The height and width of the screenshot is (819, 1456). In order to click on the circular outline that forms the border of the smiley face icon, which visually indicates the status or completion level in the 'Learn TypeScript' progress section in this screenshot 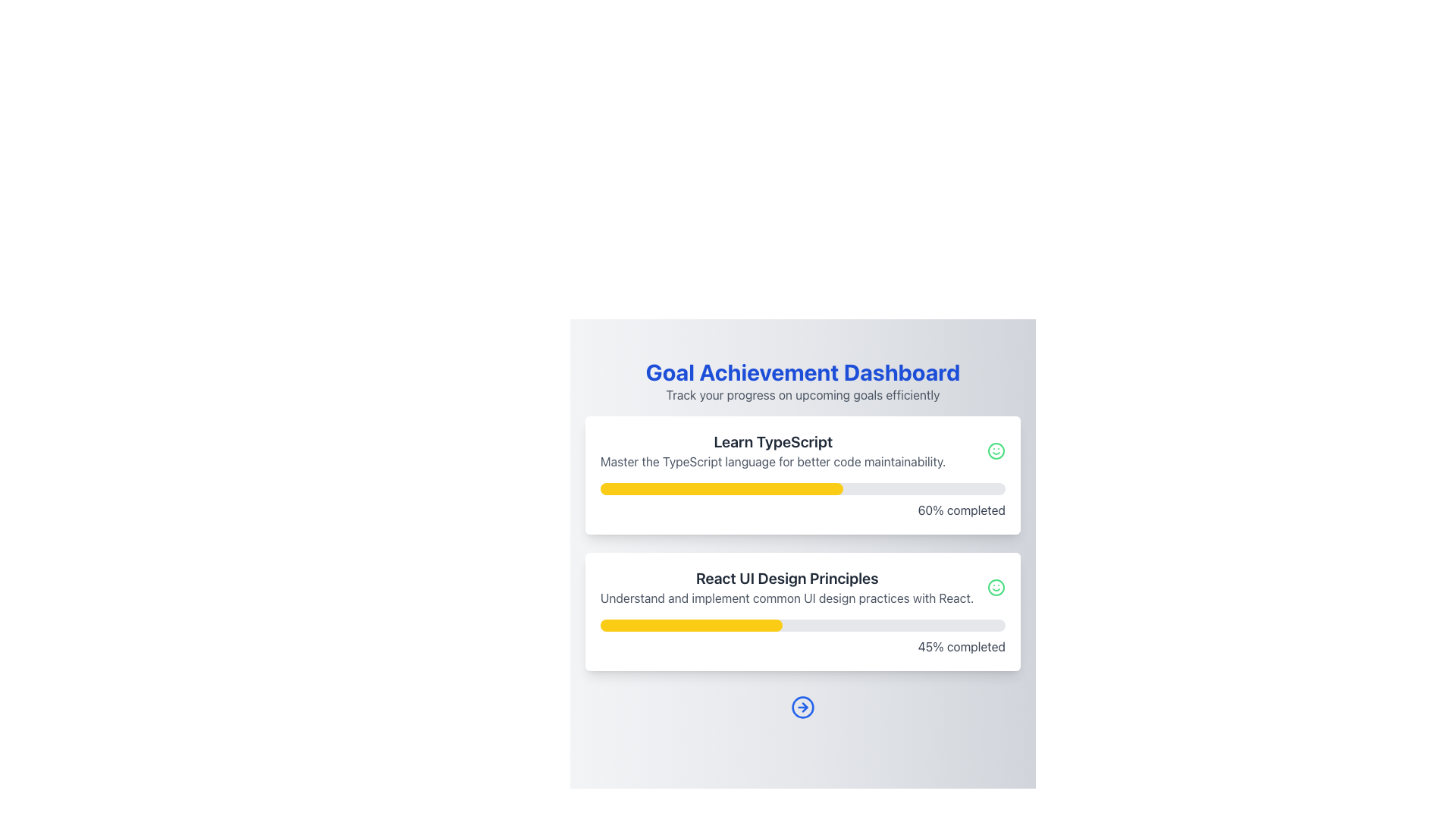, I will do `click(996, 450)`.